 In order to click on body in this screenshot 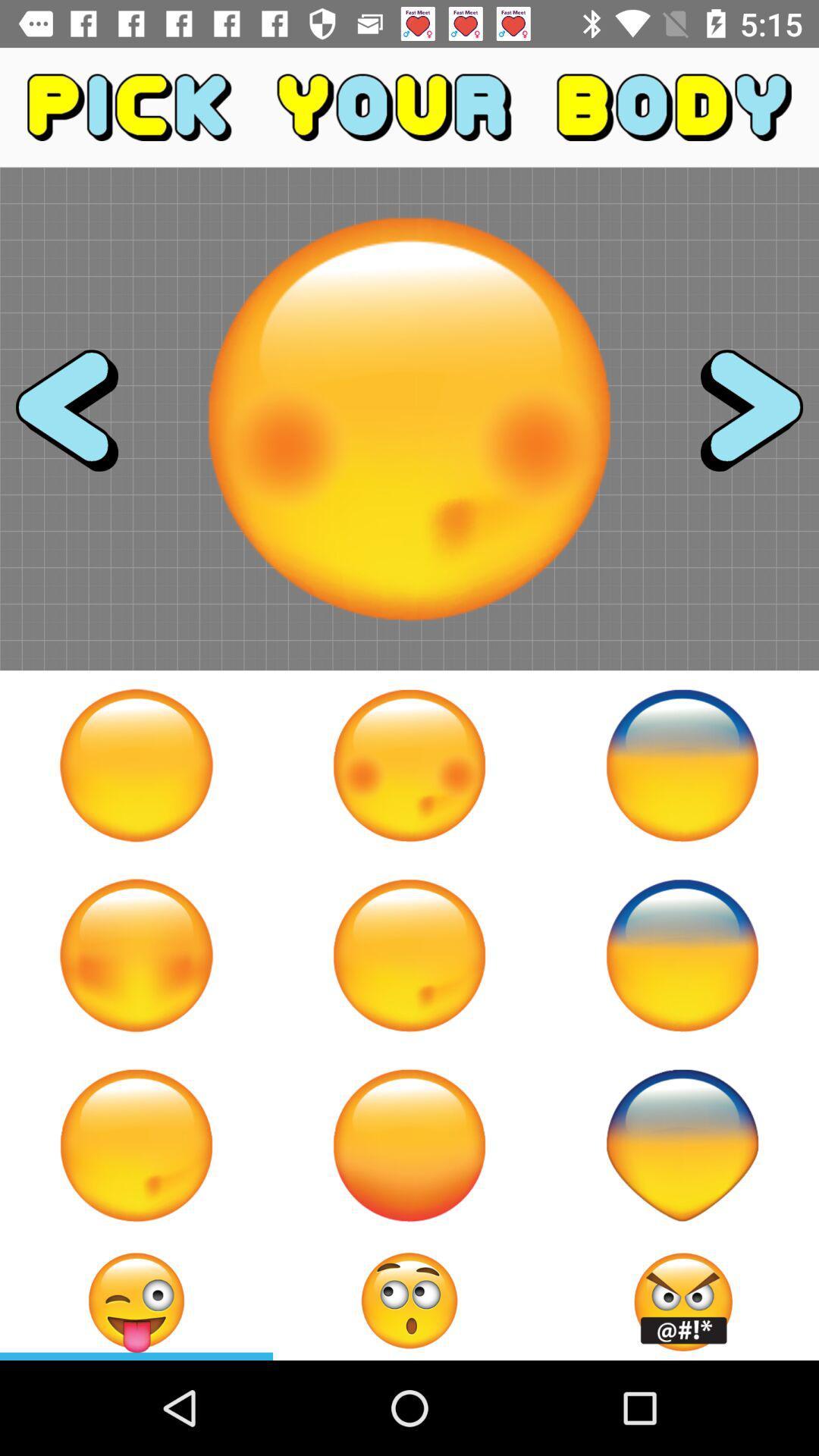, I will do `click(136, 954)`.